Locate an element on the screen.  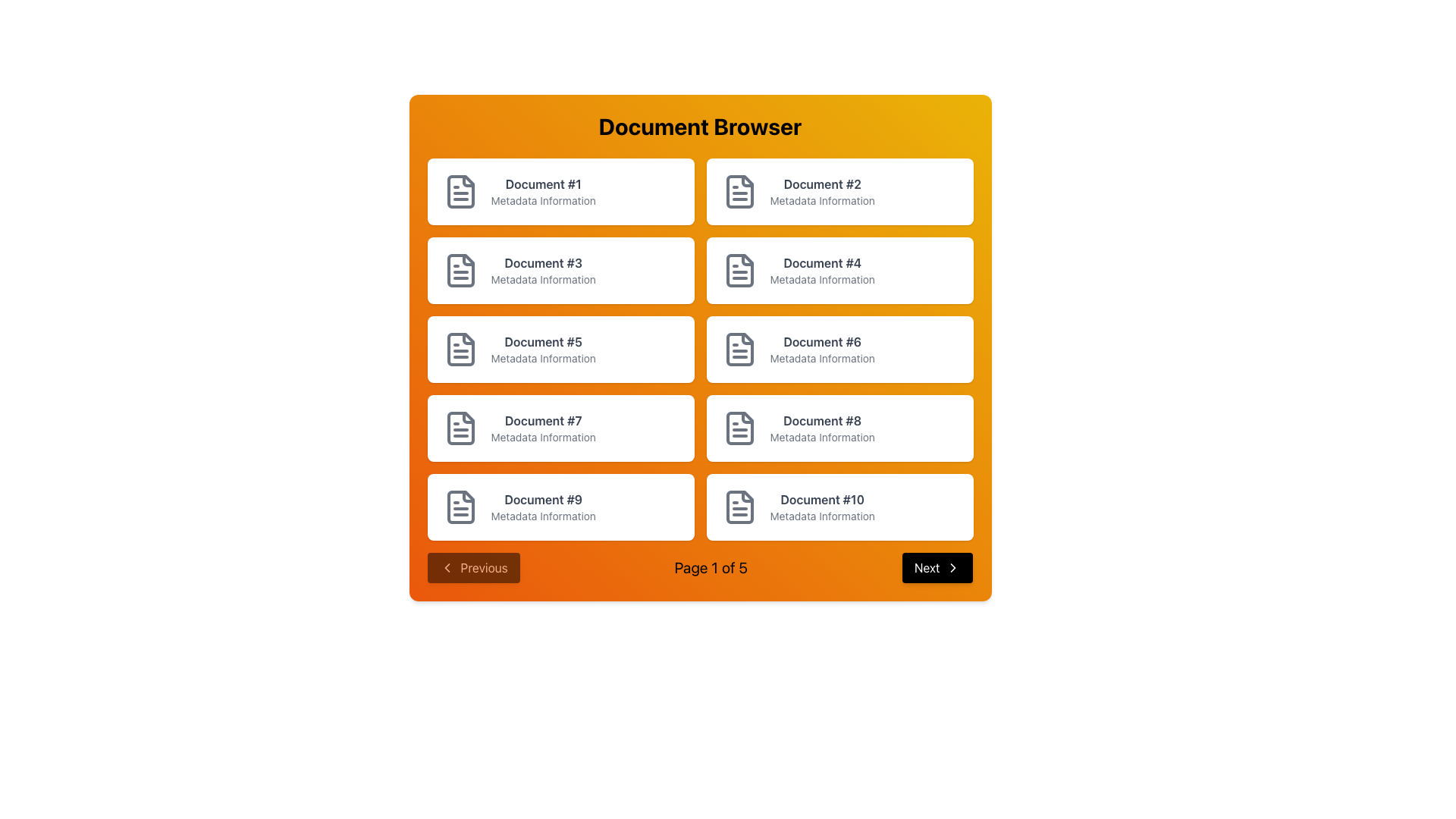
the informational card that summarizes or represents metadata for Document #8, located in the second row and second column of the grid layout is located at coordinates (839, 428).